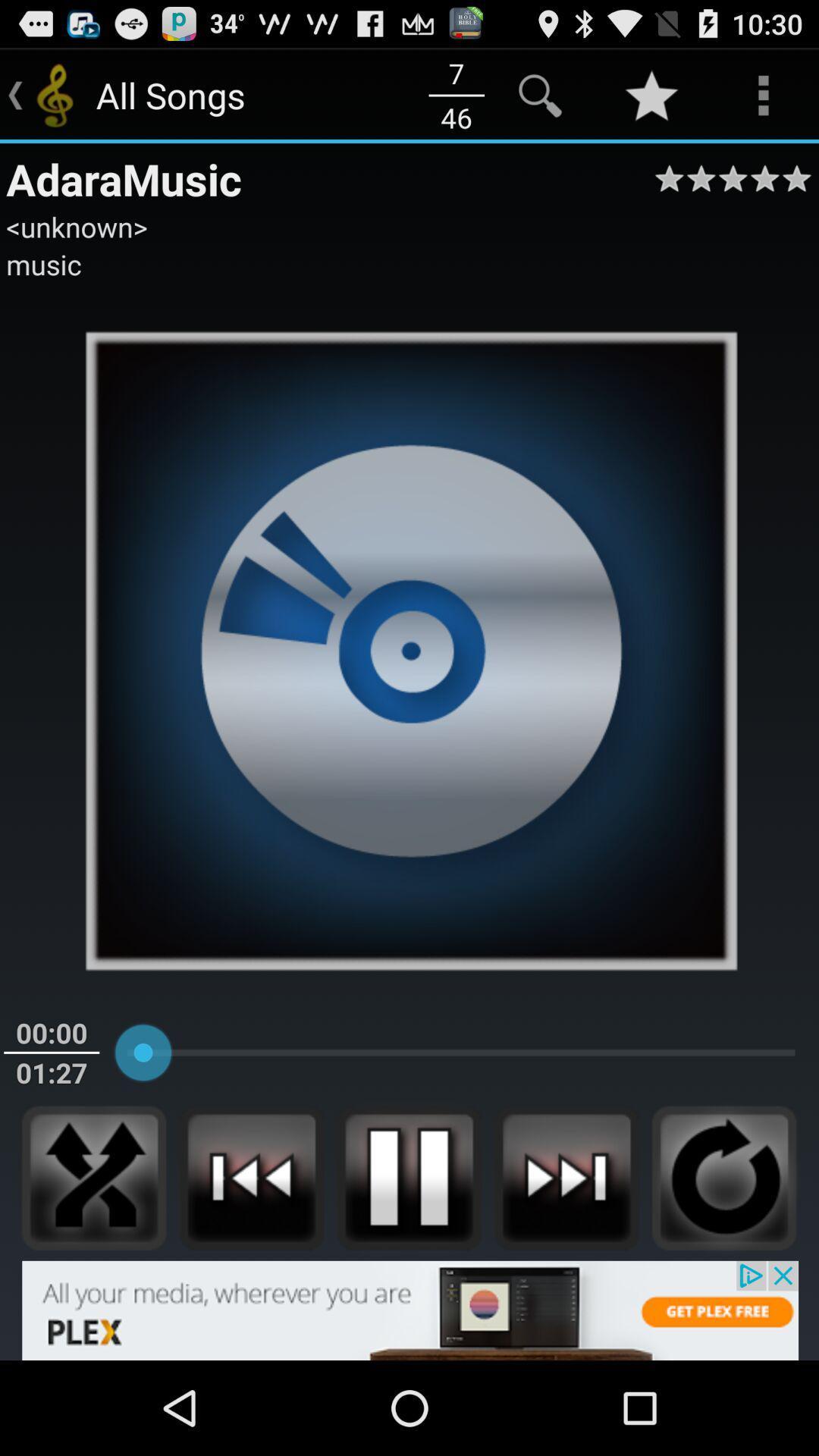 This screenshot has width=819, height=1456. Describe the element at coordinates (723, 1177) in the screenshot. I see `repeat track` at that location.